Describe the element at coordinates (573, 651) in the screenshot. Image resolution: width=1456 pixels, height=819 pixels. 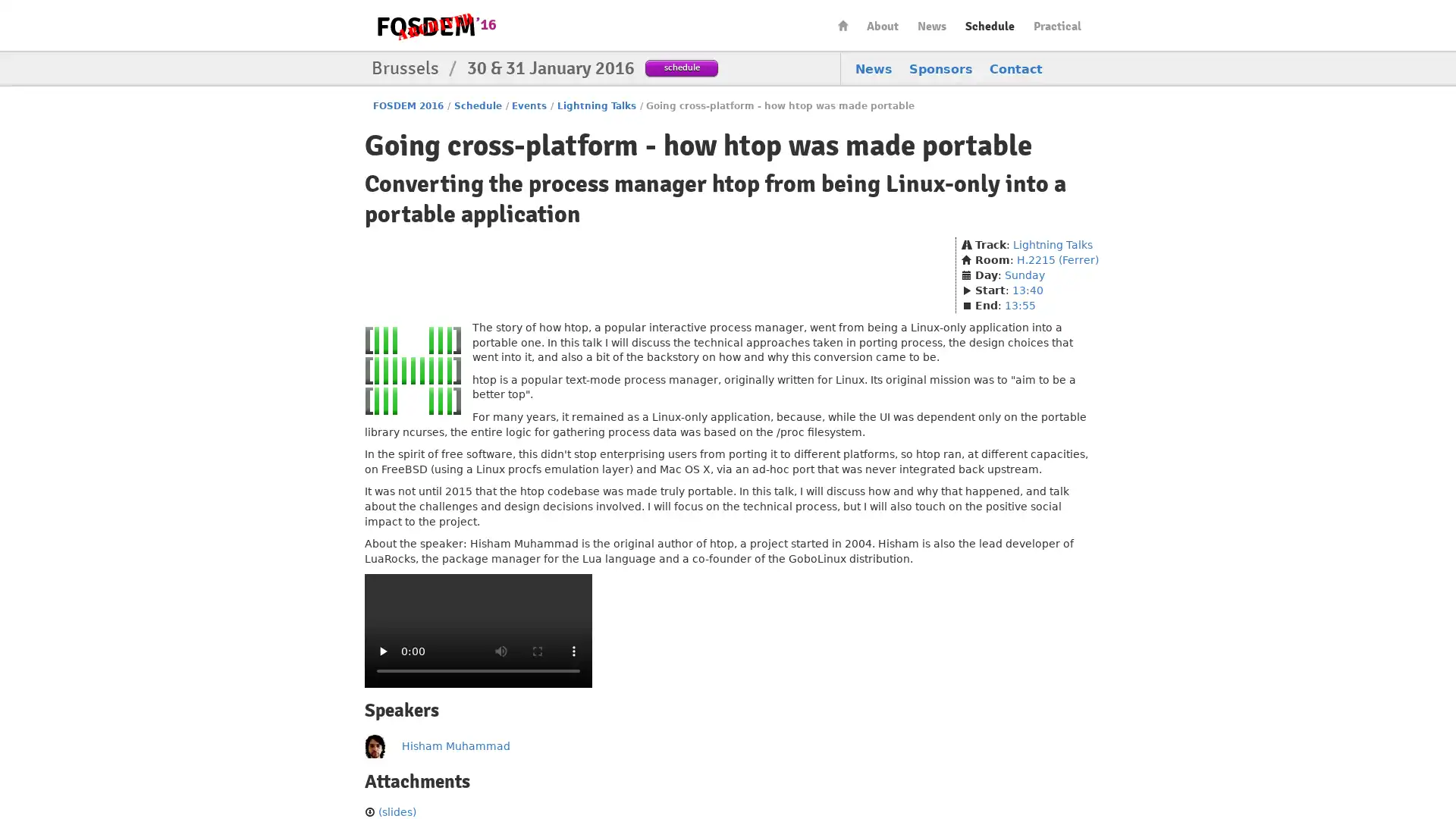
I see `show more media controls` at that location.